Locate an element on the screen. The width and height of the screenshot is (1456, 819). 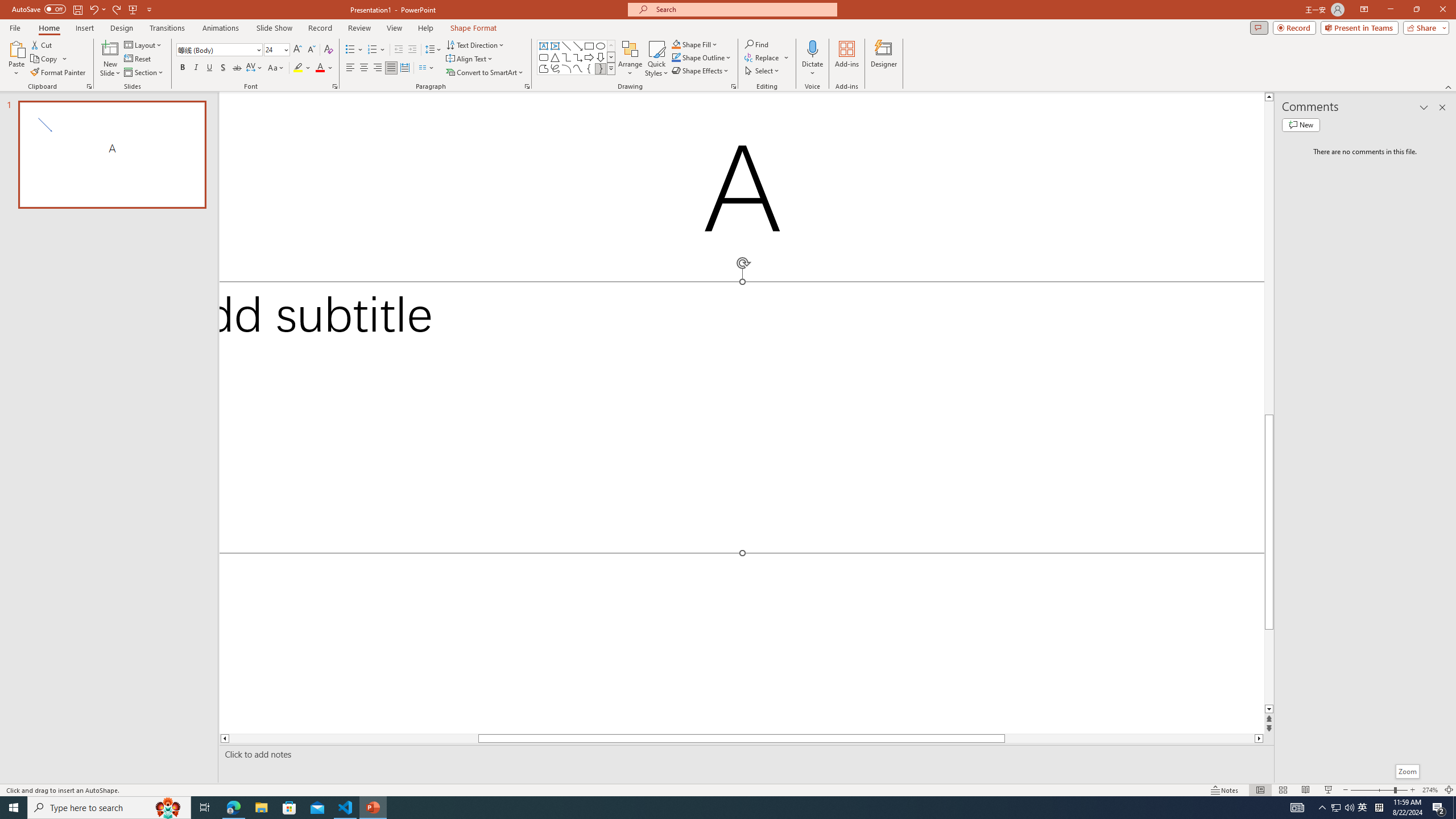
'Zoom 274%' is located at coordinates (1430, 790).